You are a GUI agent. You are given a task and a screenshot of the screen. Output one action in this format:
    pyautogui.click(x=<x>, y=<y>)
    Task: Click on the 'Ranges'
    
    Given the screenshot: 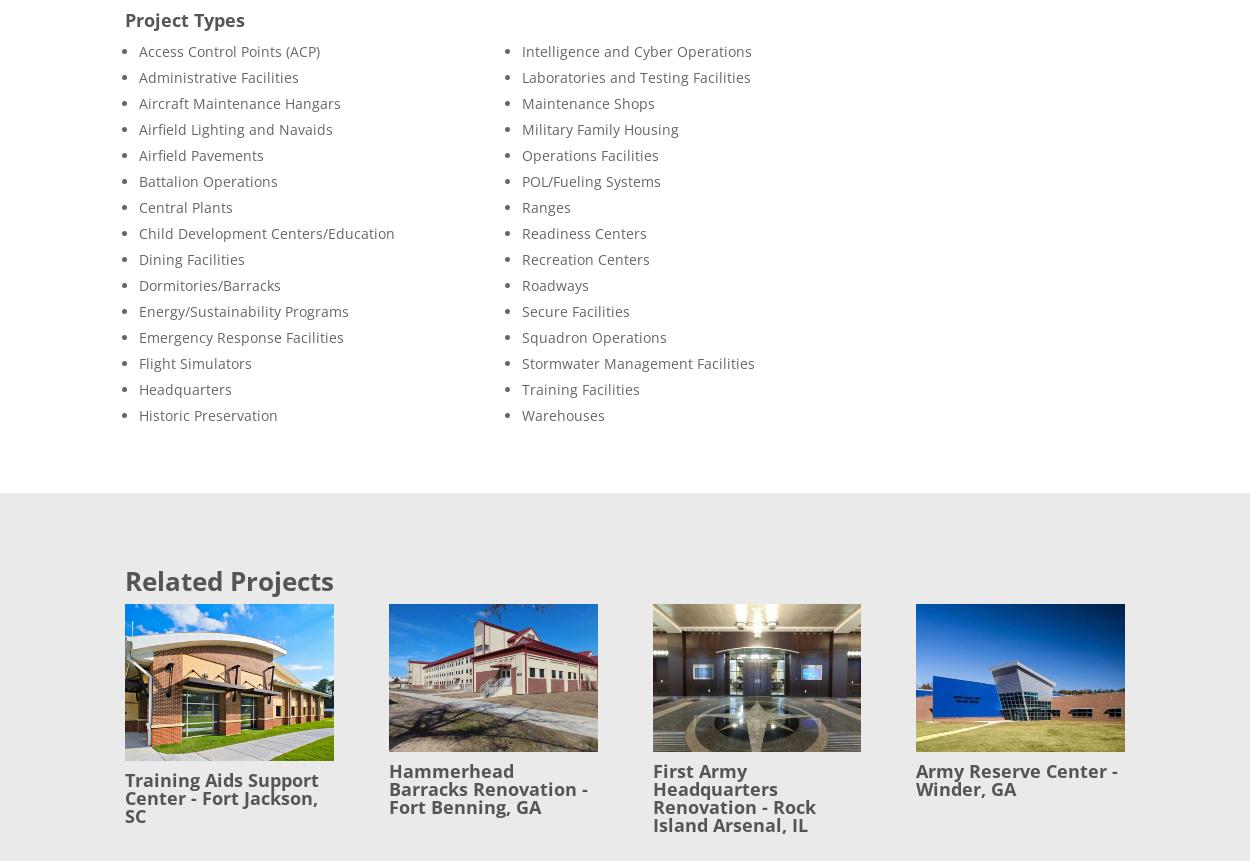 What is the action you would take?
    pyautogui.click(x=545, y=206)
    